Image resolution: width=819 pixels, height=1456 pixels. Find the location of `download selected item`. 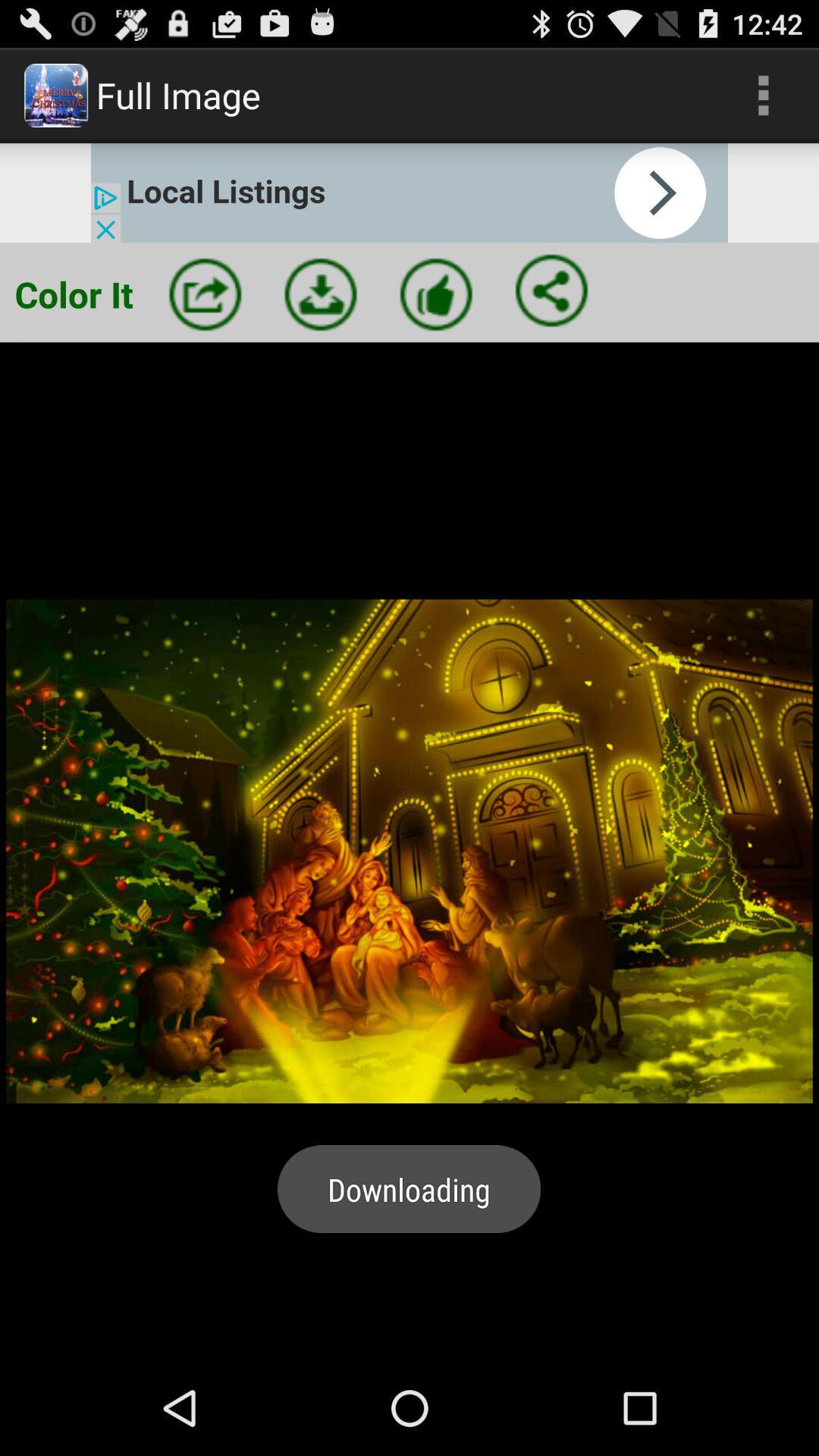

download selected item is located at coordinates (320, 294).